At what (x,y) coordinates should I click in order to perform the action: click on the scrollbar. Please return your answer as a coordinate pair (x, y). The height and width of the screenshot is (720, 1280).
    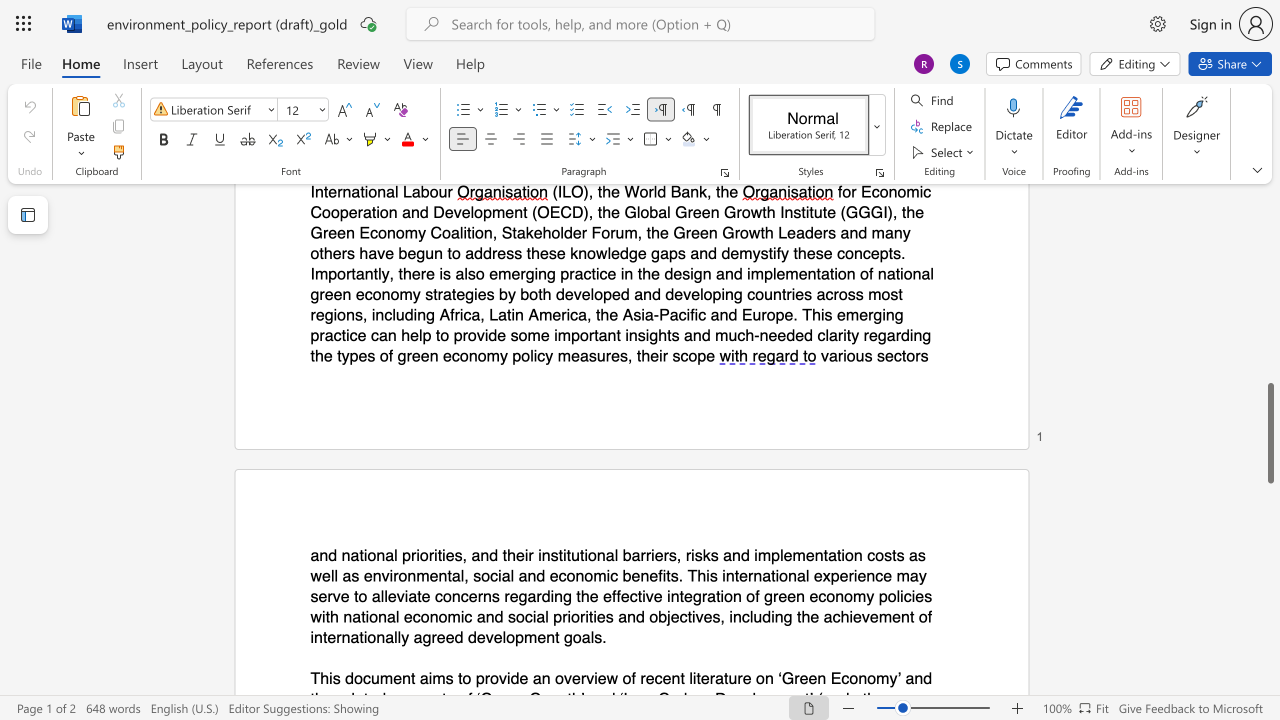
    Looking at the image, I should click on (1269, 228).